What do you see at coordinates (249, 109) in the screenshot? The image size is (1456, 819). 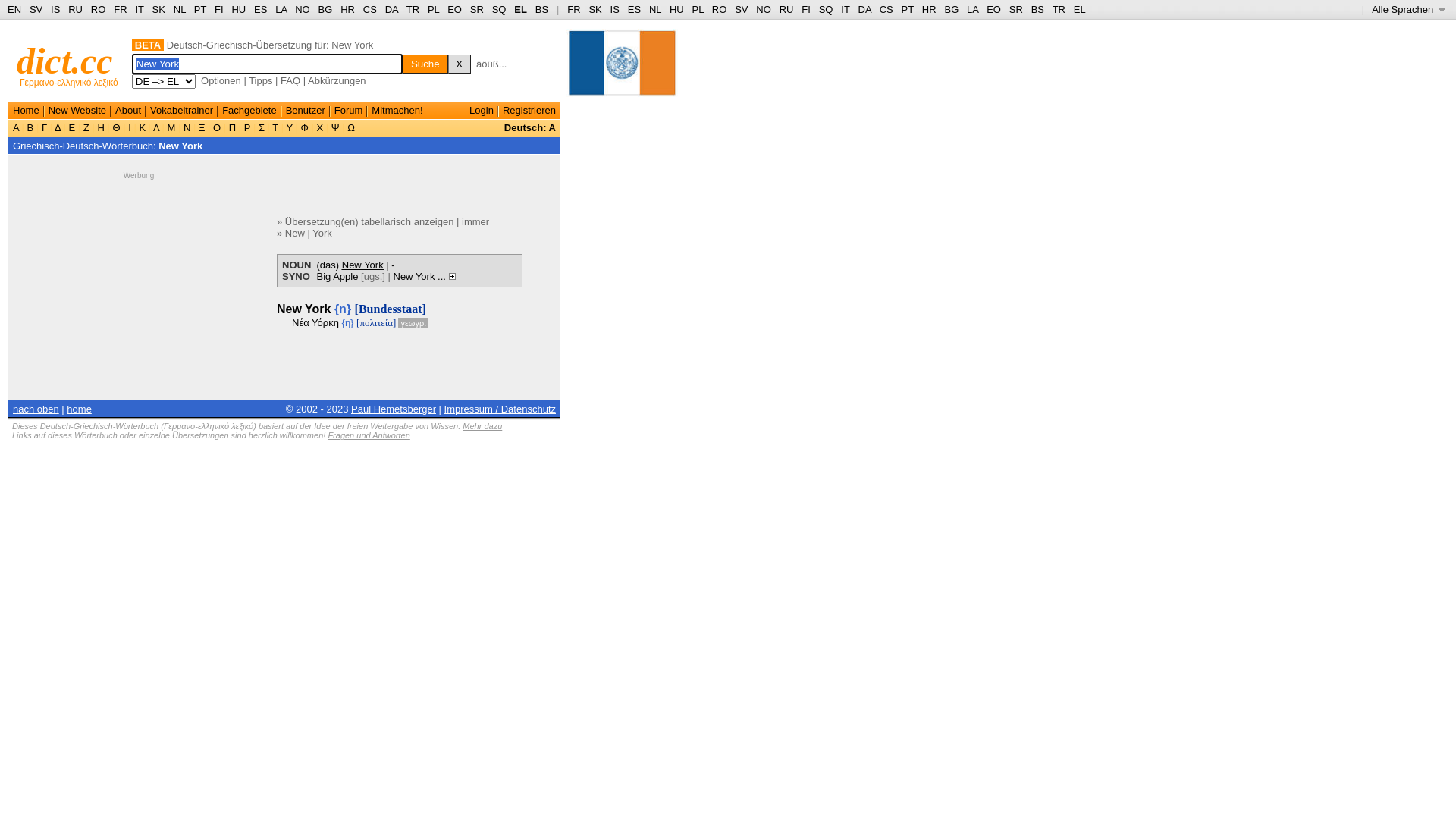 I see `'Fachgebiete'` at bounding box center [249, 109].